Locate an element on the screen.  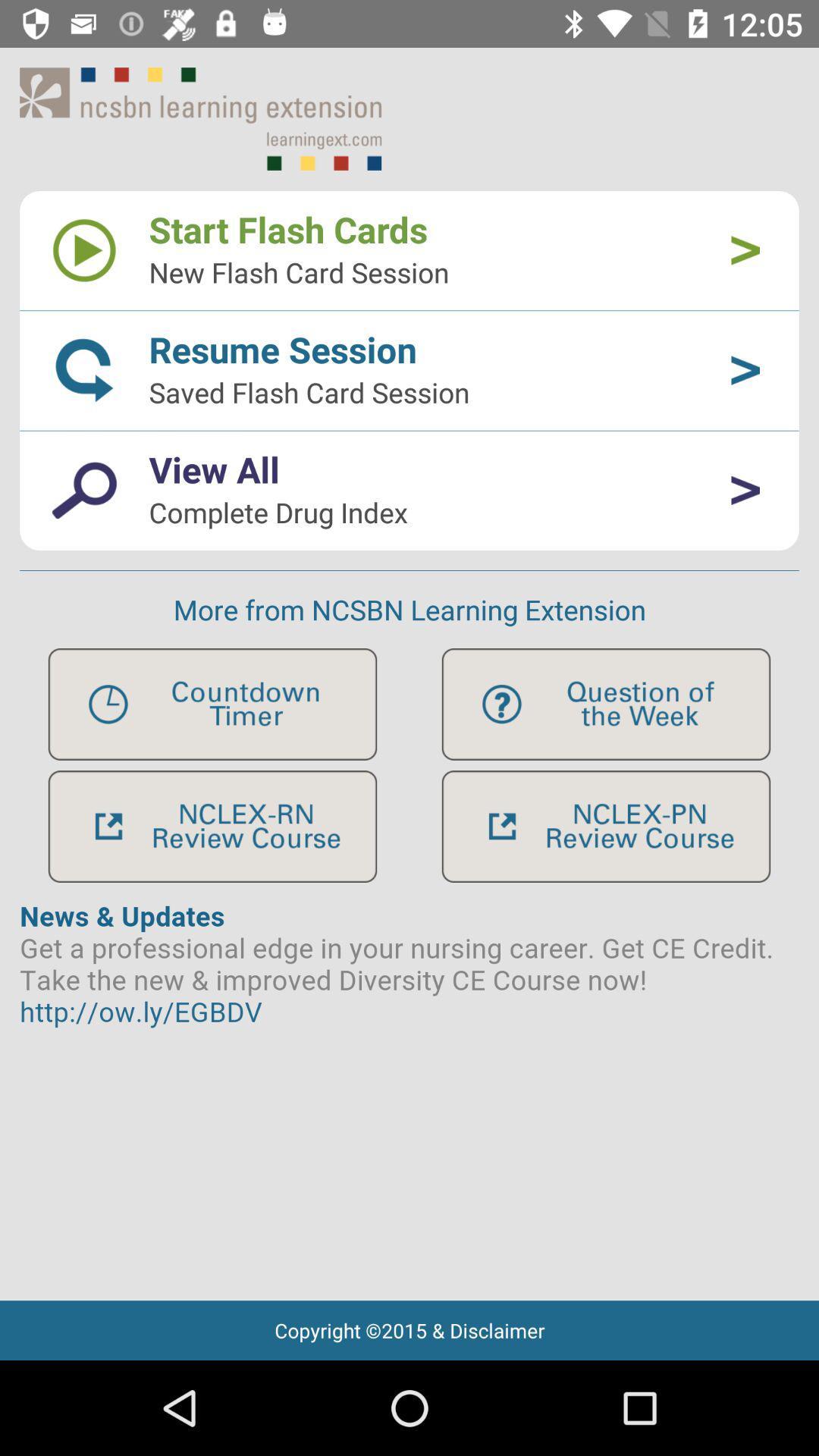
display screen is located at coordinates (409, 1090).